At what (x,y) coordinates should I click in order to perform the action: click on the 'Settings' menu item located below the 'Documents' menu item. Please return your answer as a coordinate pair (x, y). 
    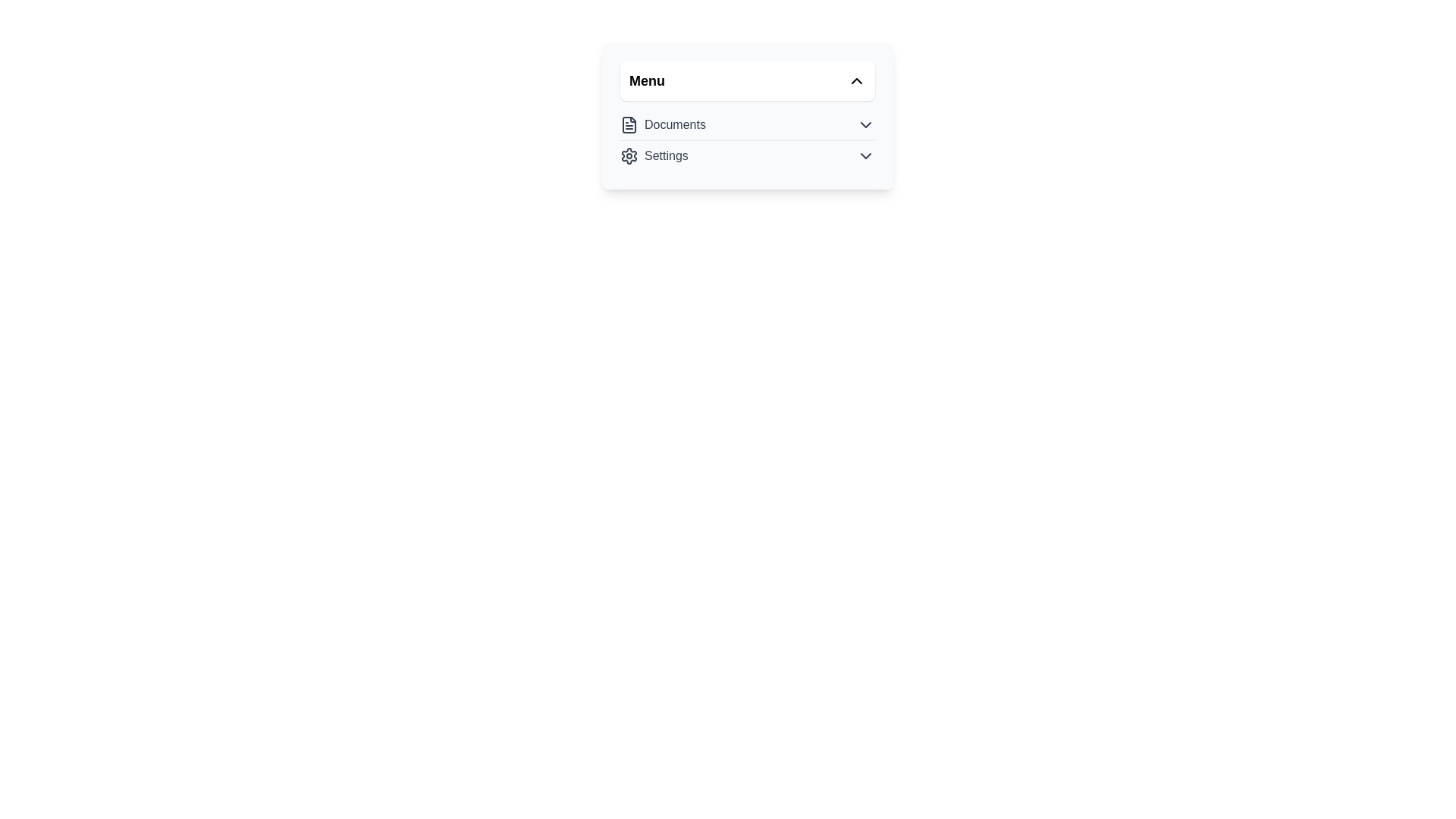
    Looking at the image, I should click on (654, 155).